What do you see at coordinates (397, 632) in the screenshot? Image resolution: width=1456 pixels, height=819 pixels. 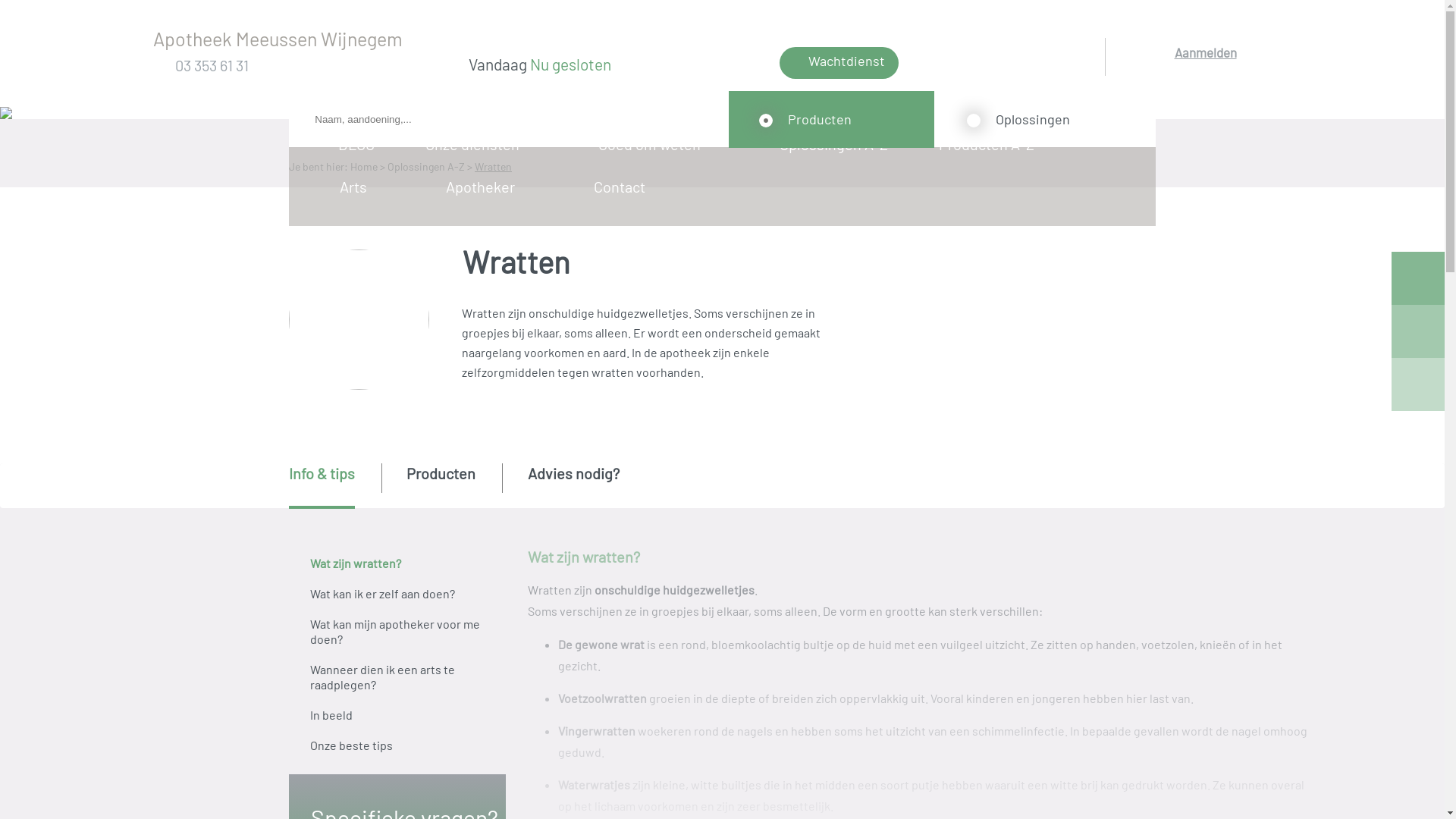 I see `'Wat kan mijn apotheker voor me doen?'` at bounding box center [397, 632].